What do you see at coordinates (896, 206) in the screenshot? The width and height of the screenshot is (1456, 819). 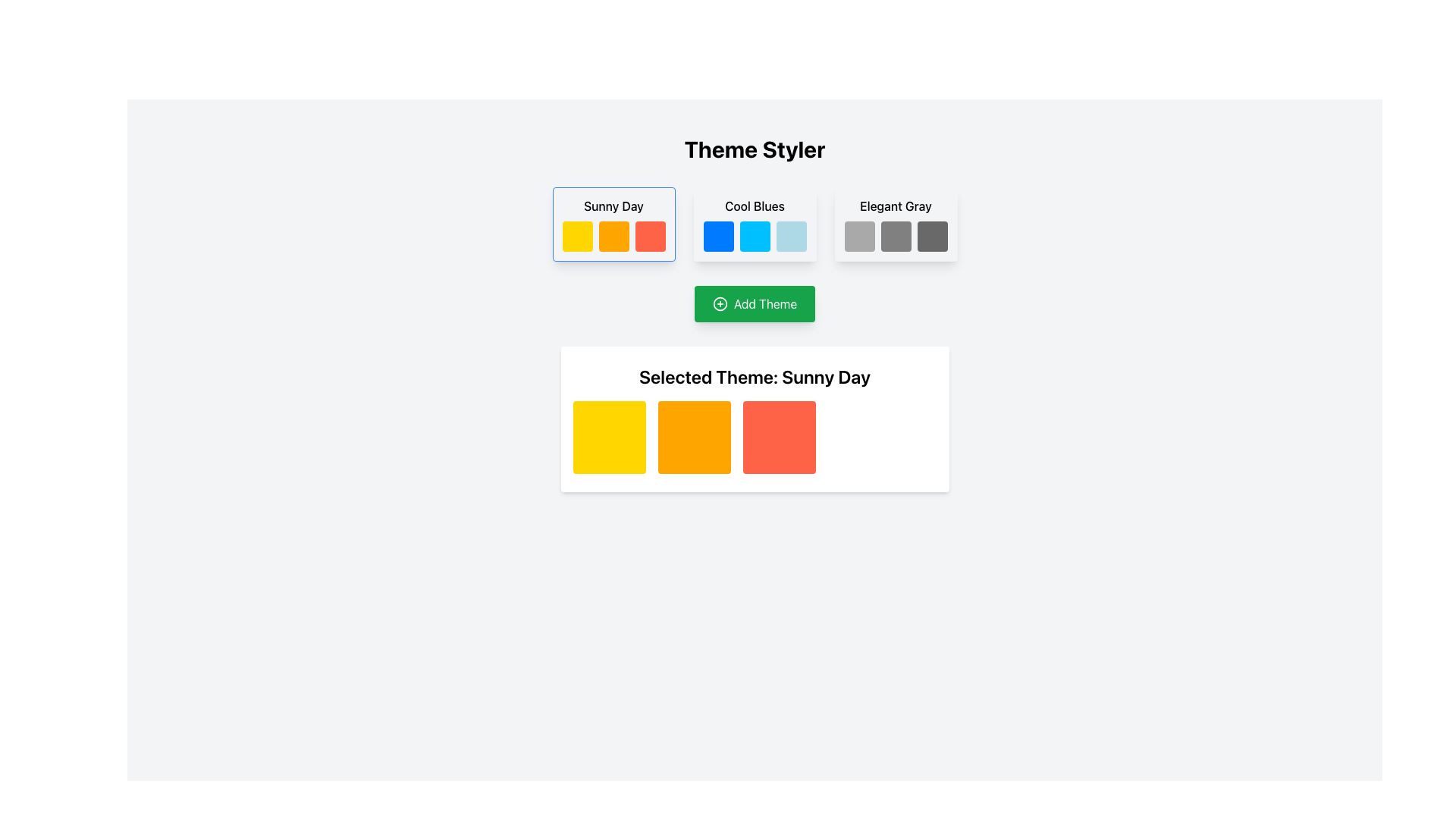 I see `the text label reading 'Elegant Gray', which is styled with medium font weight and positioned above a set of gray color blocks in the theme selector interface` at bounding box center [896, 206].